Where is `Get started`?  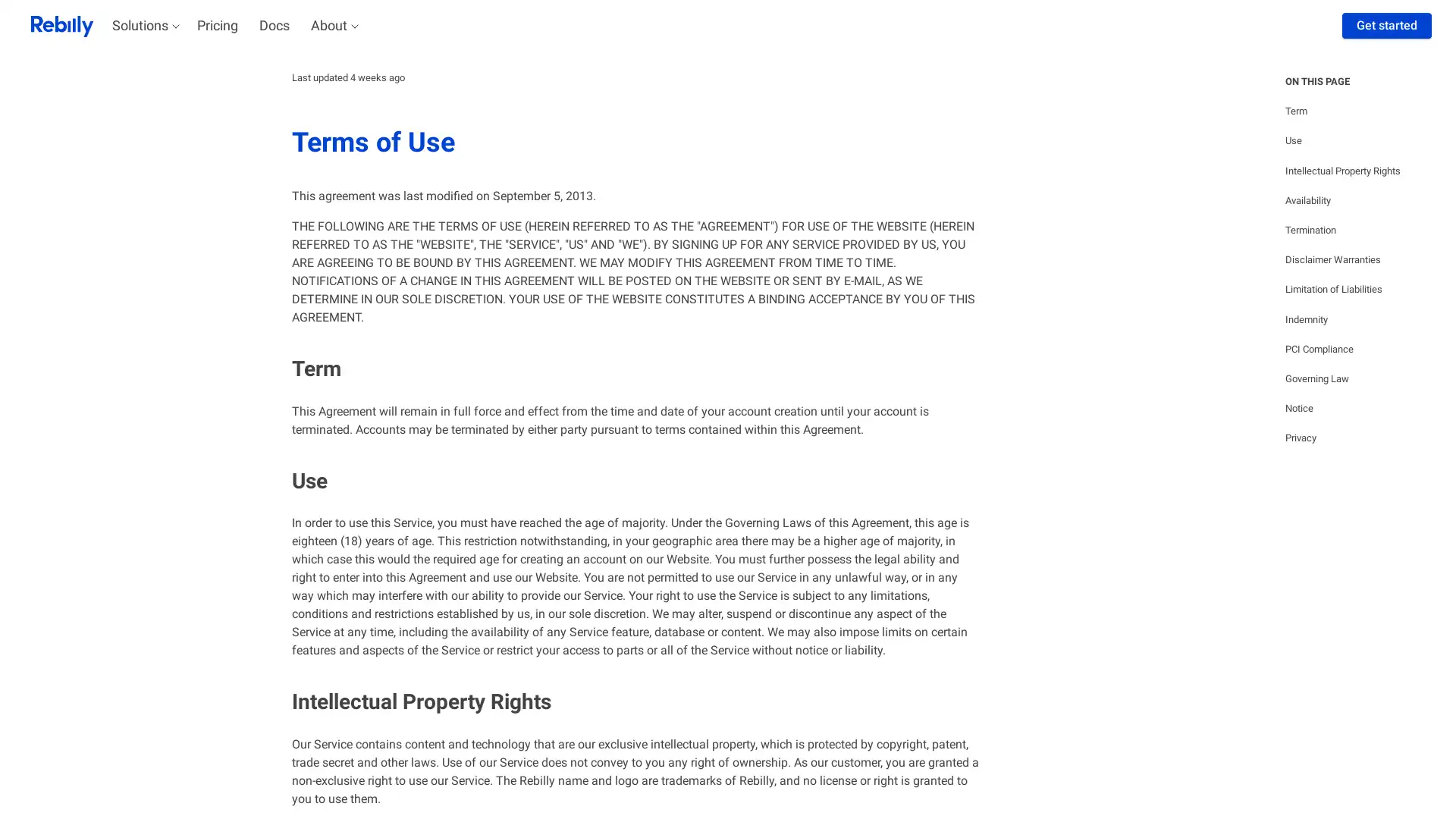
Get started is located at coordinates (1386, 26).